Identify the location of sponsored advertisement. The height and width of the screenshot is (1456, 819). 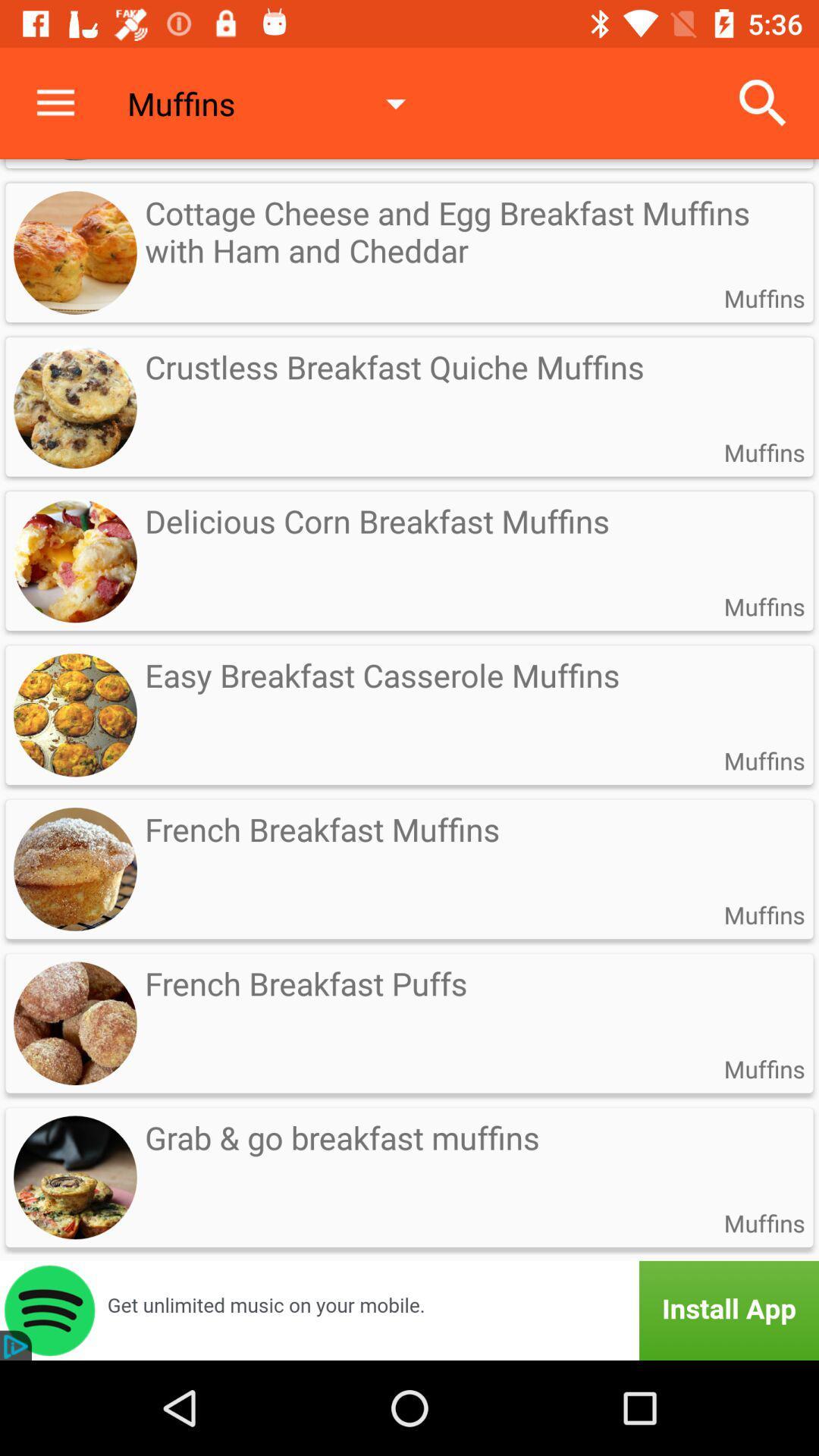
(409, 1310).